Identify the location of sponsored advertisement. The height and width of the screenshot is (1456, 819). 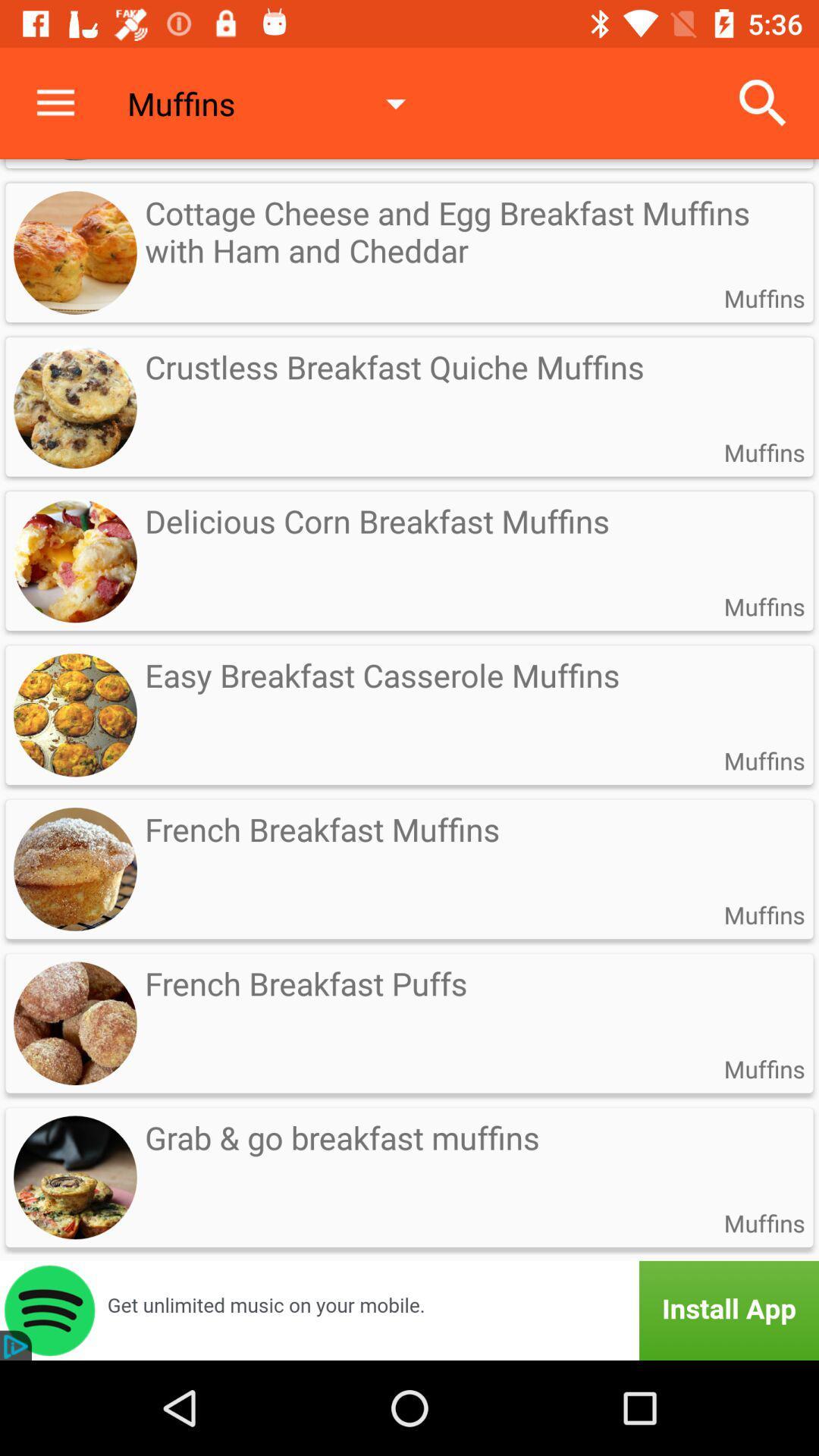
(409, 1310).